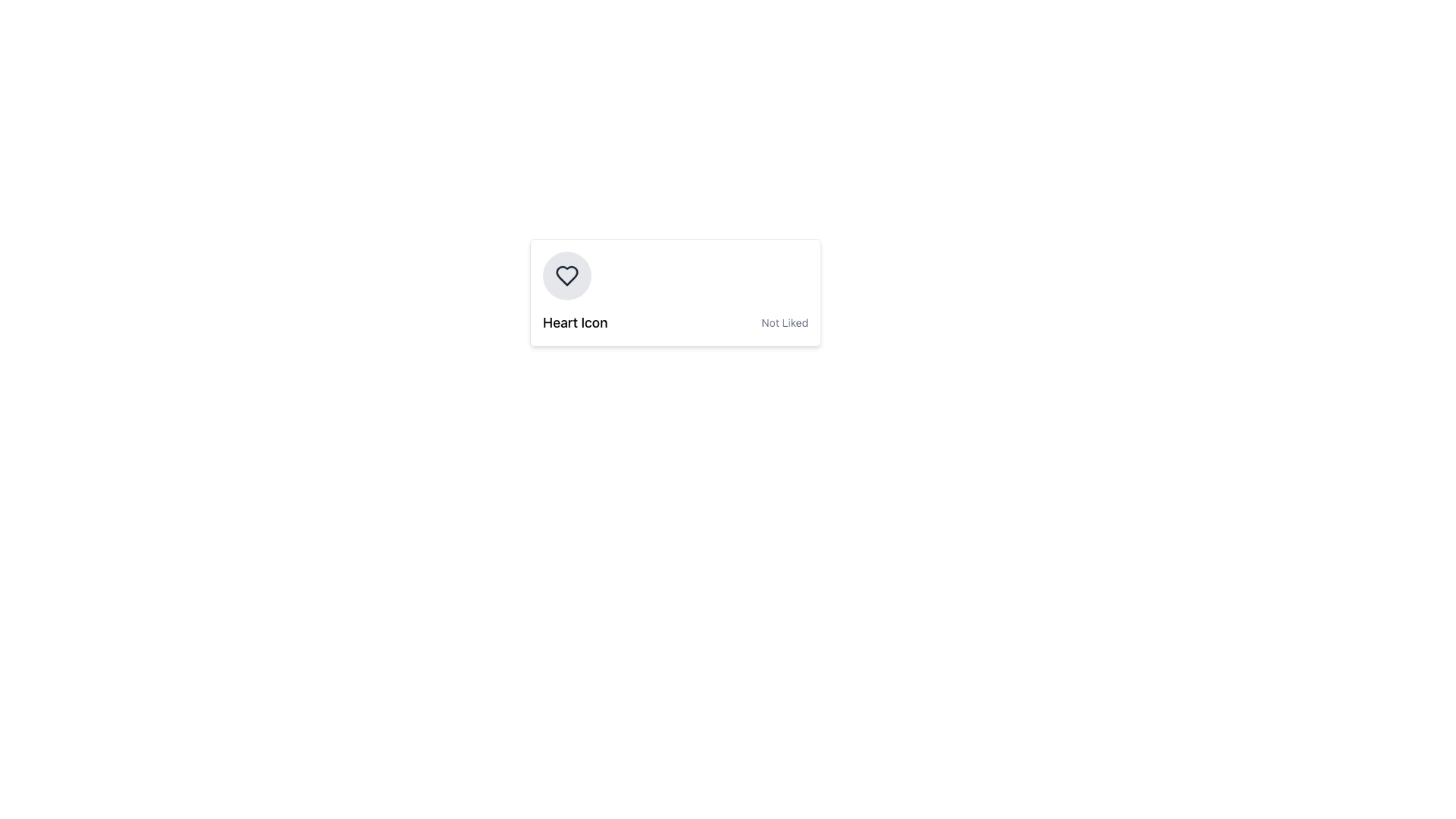 This screenshot has width=1456, height=819. I want to click on the text label displaying 'Heart Icon', which is styled in medium bold font, located within a card-like component and positioned below a heart-shaped icon, so click(574, 322).